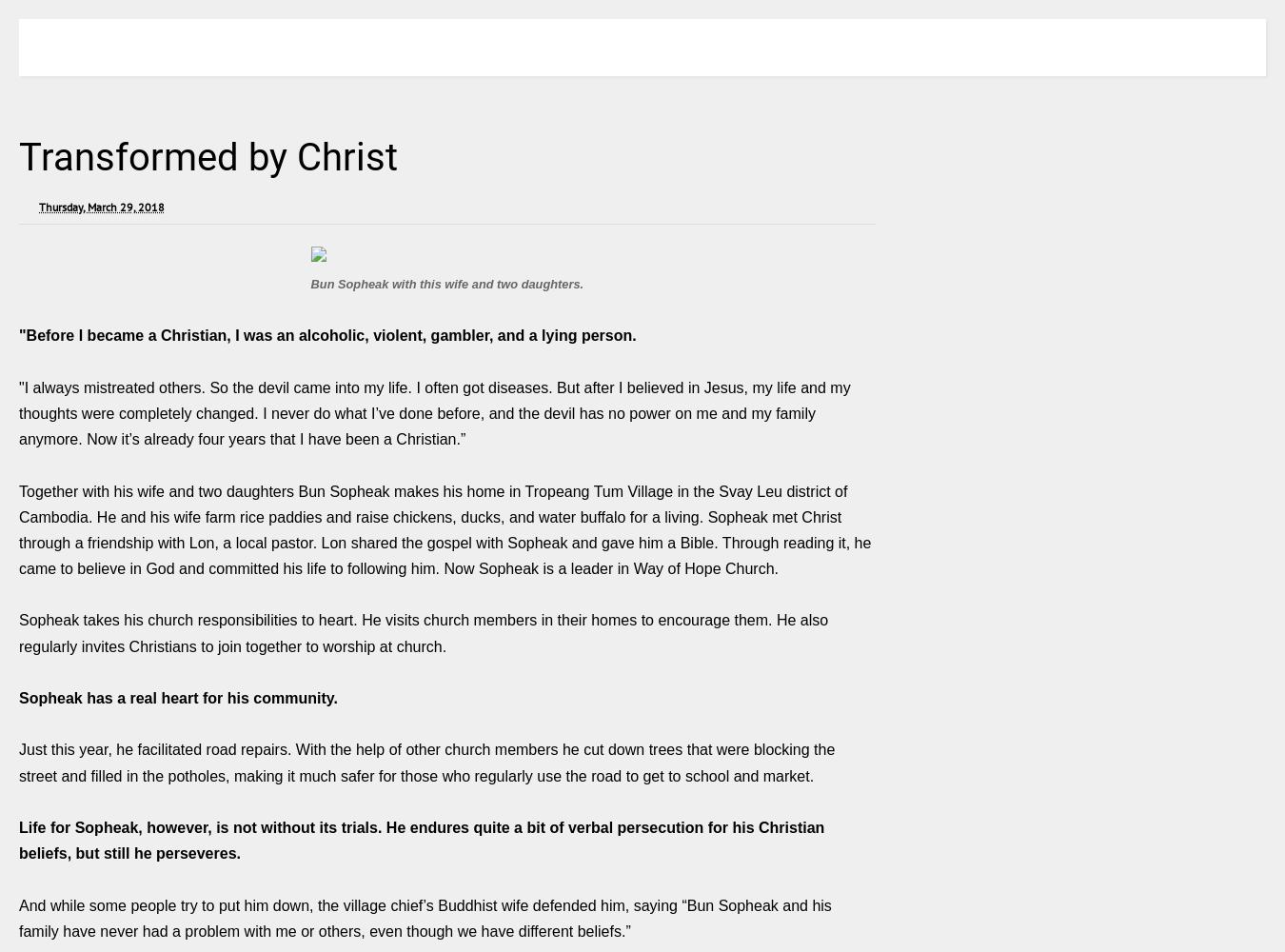  I want to click on 'SEARCH', so click(1230, 47).